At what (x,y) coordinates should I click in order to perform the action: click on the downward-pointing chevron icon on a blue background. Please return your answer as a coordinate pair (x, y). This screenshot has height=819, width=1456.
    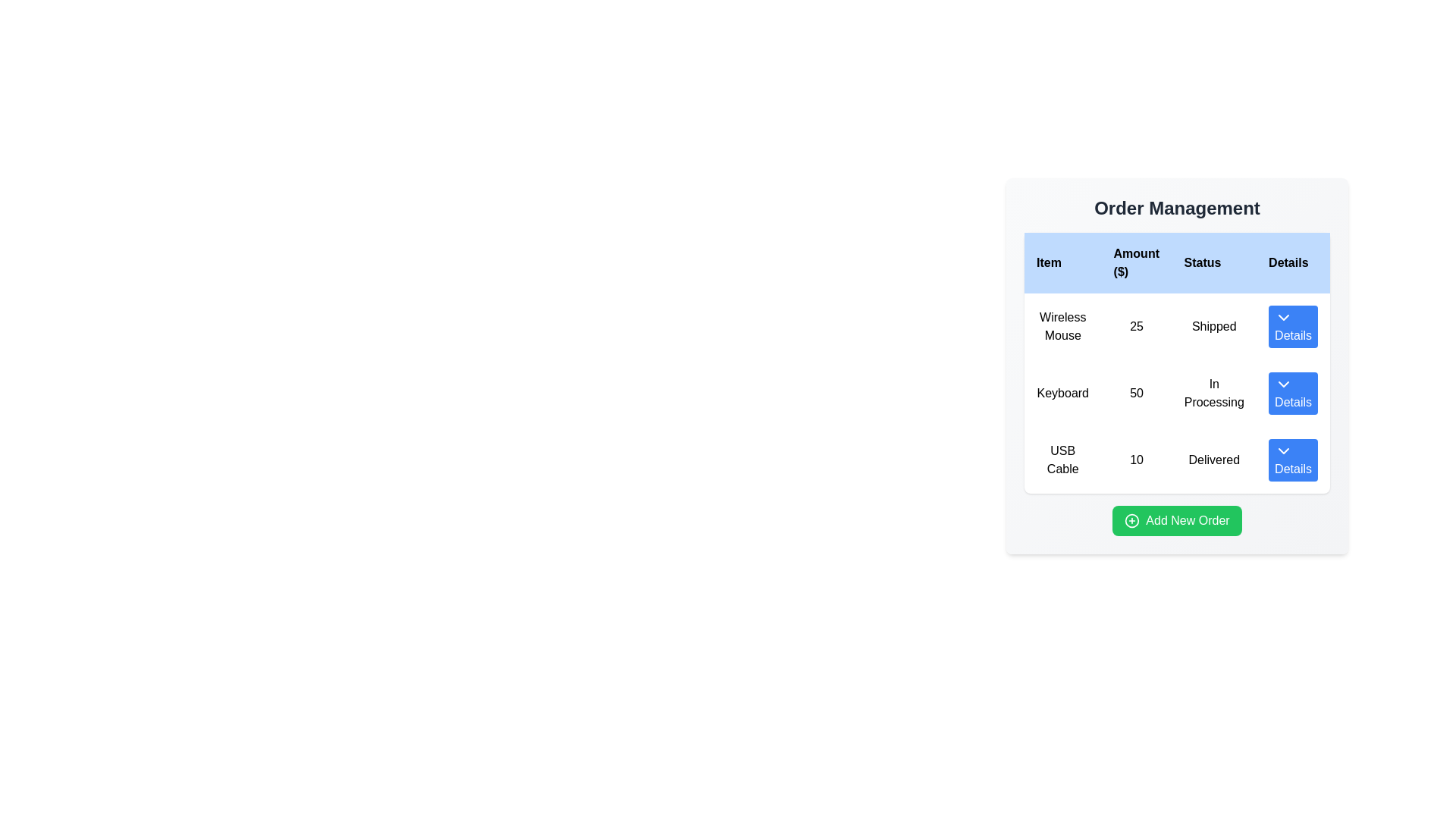
    Looking at the image, I should click on (1283, 383).